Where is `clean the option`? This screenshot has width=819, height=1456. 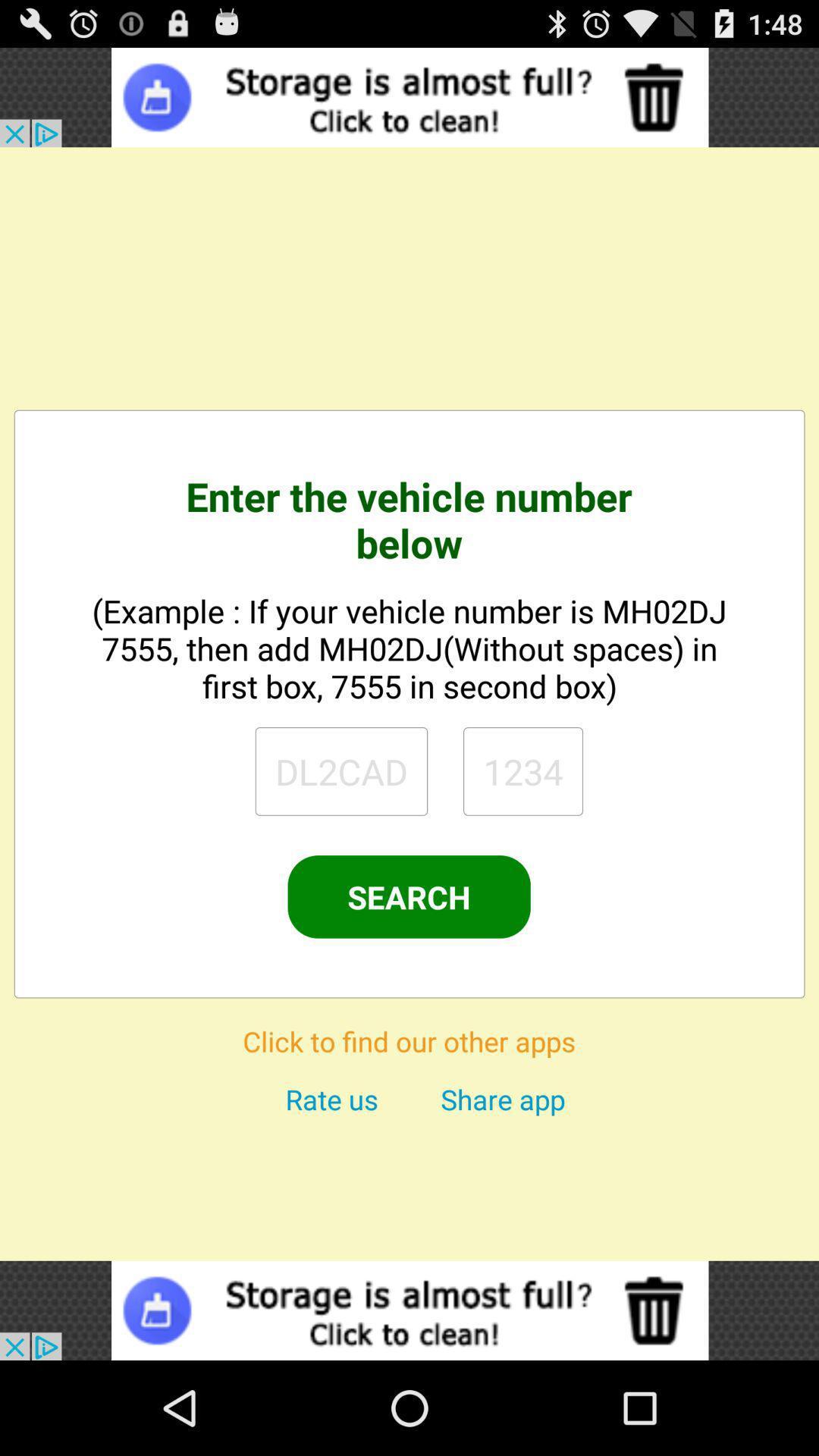
clean the option is located at coordinates (409, 96).